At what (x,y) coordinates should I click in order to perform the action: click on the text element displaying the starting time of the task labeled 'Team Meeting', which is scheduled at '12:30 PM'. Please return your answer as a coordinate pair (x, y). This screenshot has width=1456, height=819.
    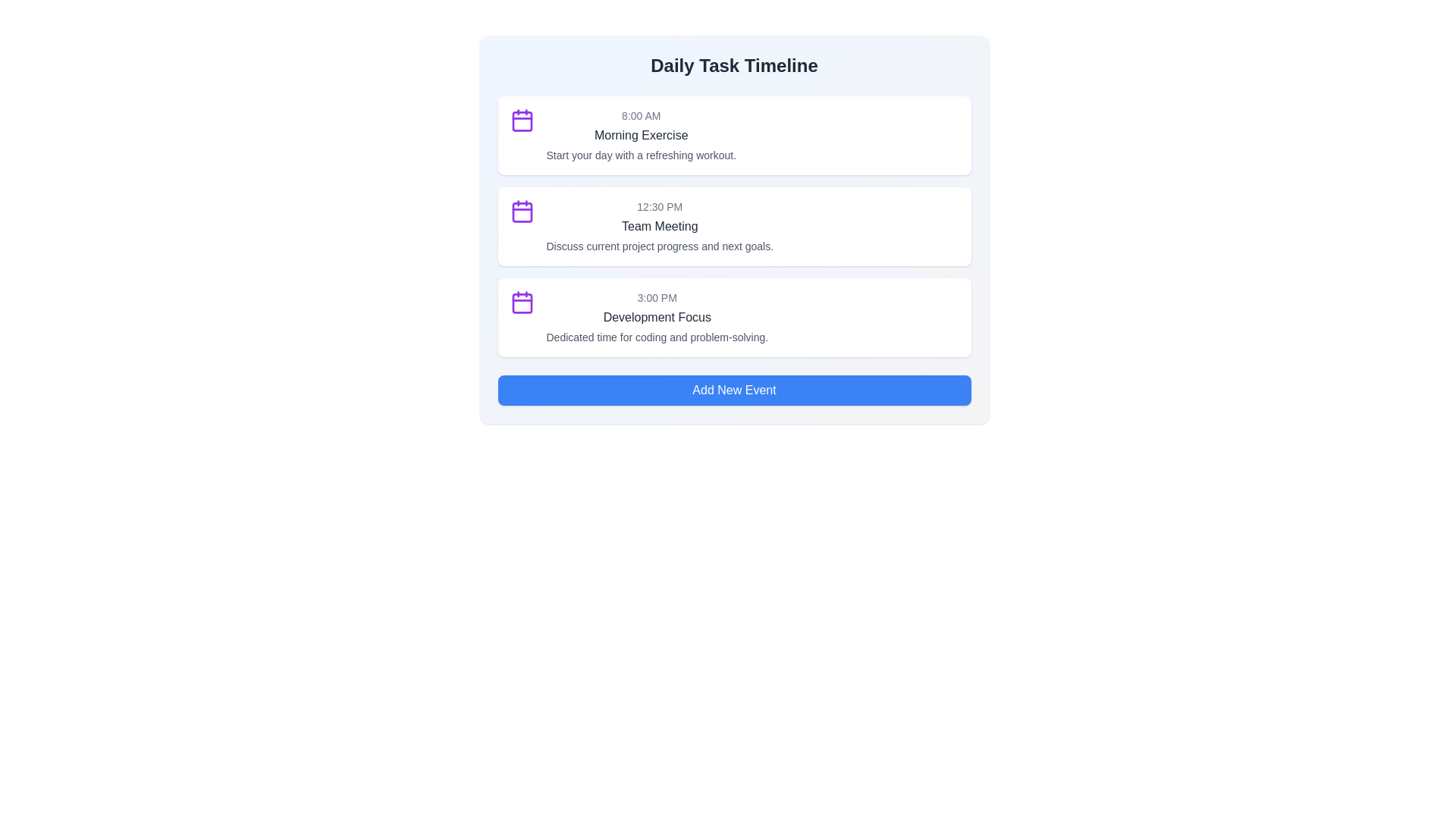
    Looking at the image, I should click on (660, 207).